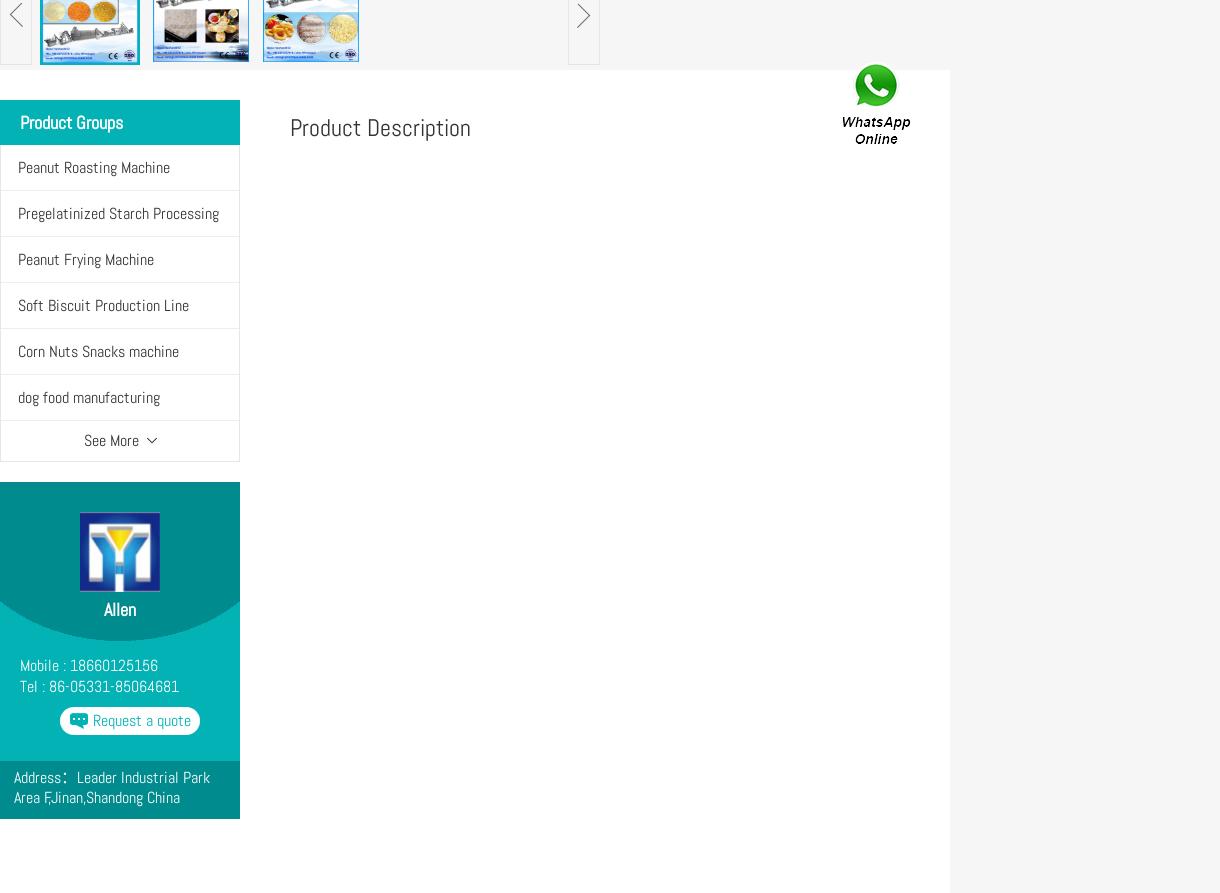  I want to click on 'dog food manufacturing equipment', so click(88, 419).